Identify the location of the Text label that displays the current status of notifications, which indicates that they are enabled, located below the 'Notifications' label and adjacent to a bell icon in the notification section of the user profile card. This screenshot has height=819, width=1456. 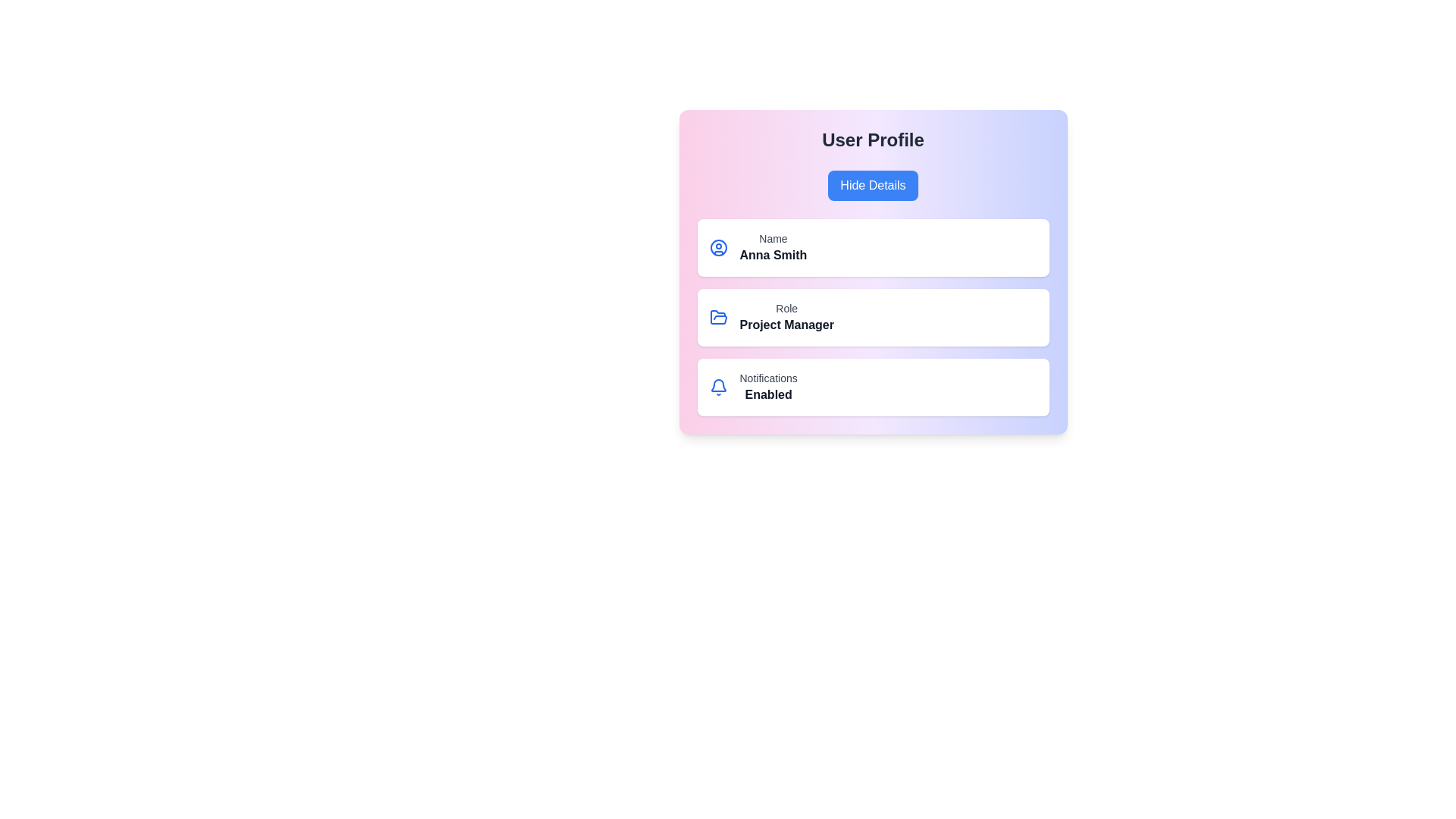
(768, 394).